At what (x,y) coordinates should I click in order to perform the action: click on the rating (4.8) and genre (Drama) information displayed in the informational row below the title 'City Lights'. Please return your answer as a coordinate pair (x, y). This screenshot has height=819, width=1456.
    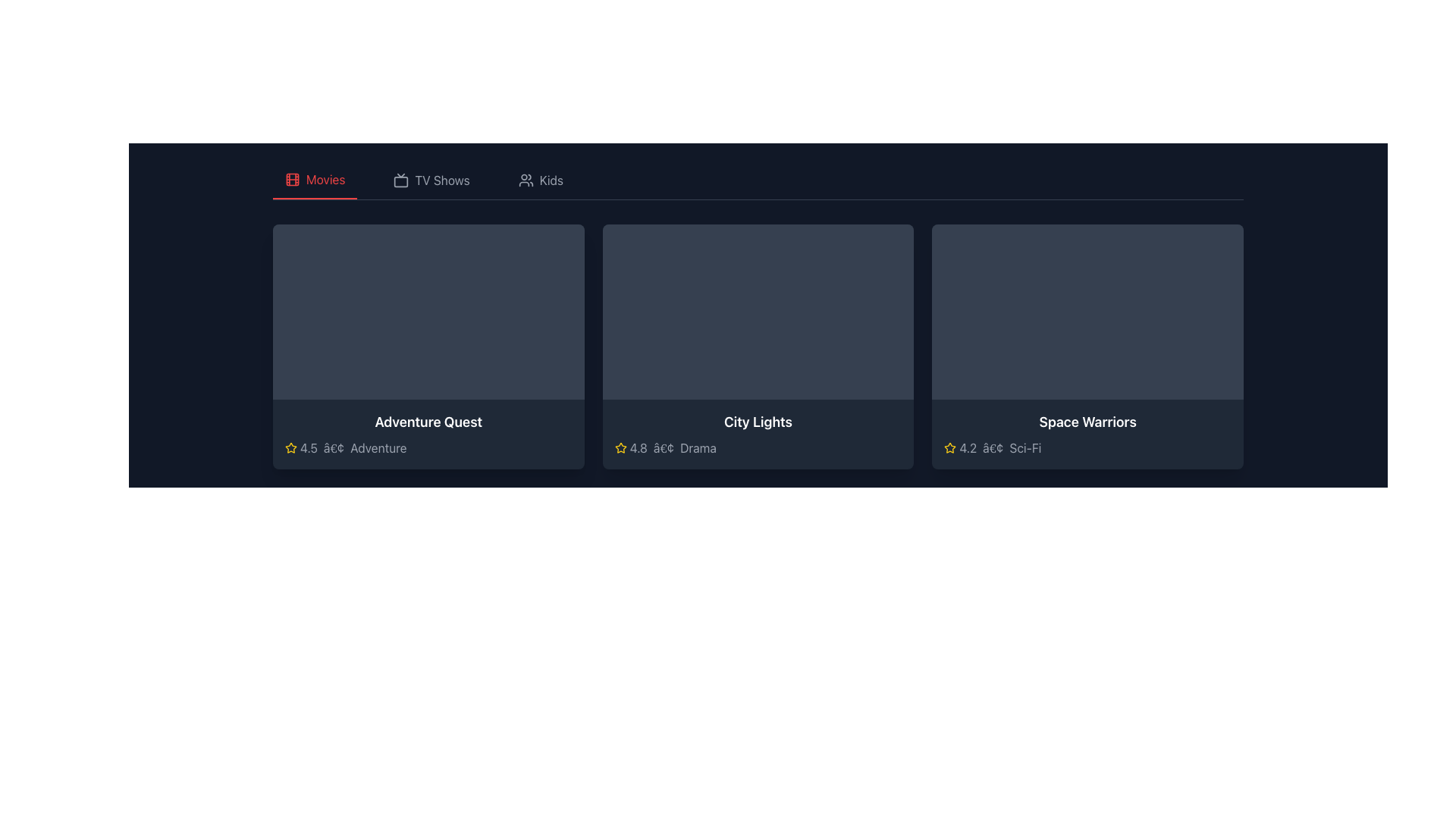
    Looking at the image, I should click on (758, 447).